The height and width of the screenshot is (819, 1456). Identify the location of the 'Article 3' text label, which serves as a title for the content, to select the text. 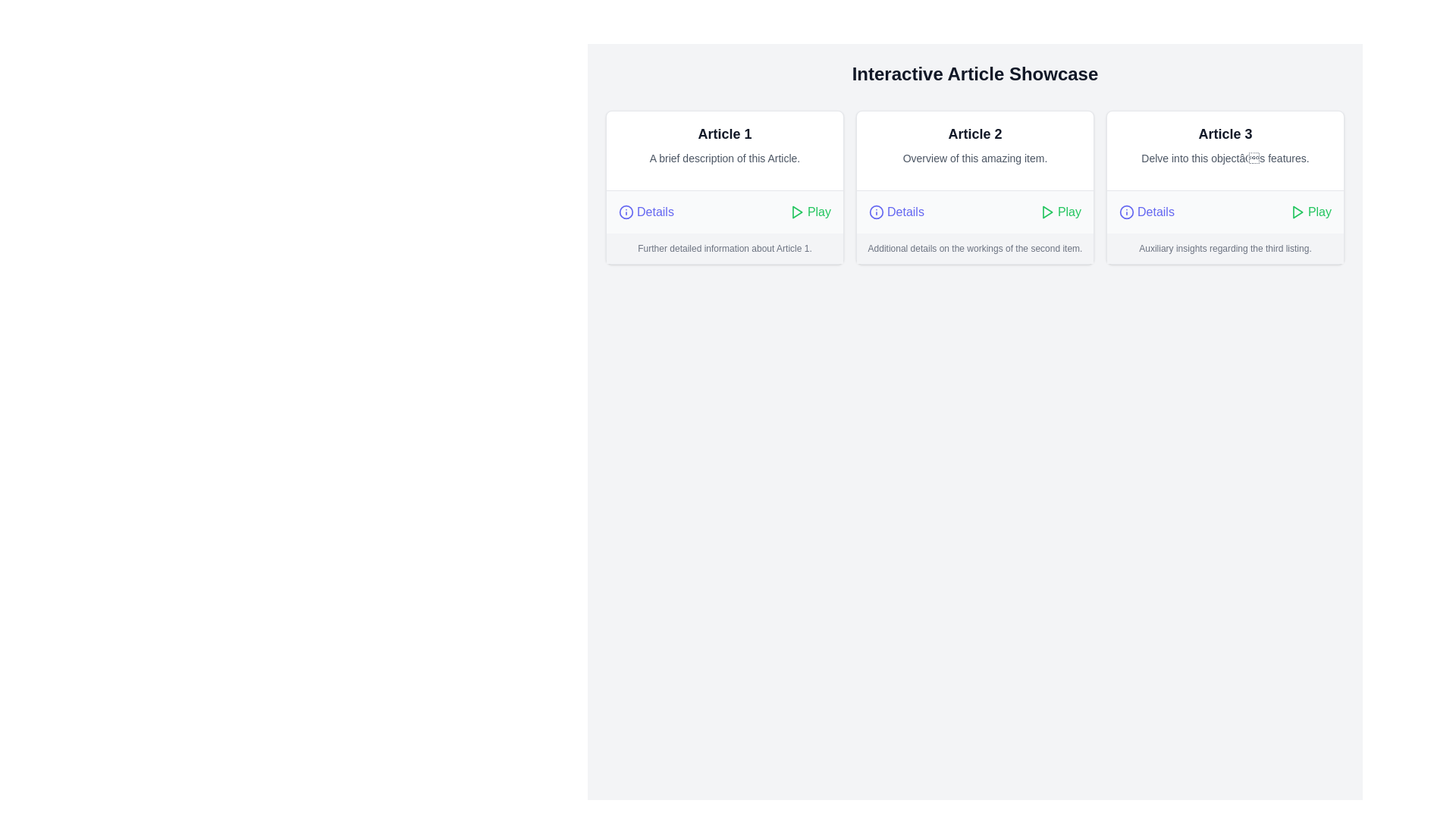
(1225, 133).